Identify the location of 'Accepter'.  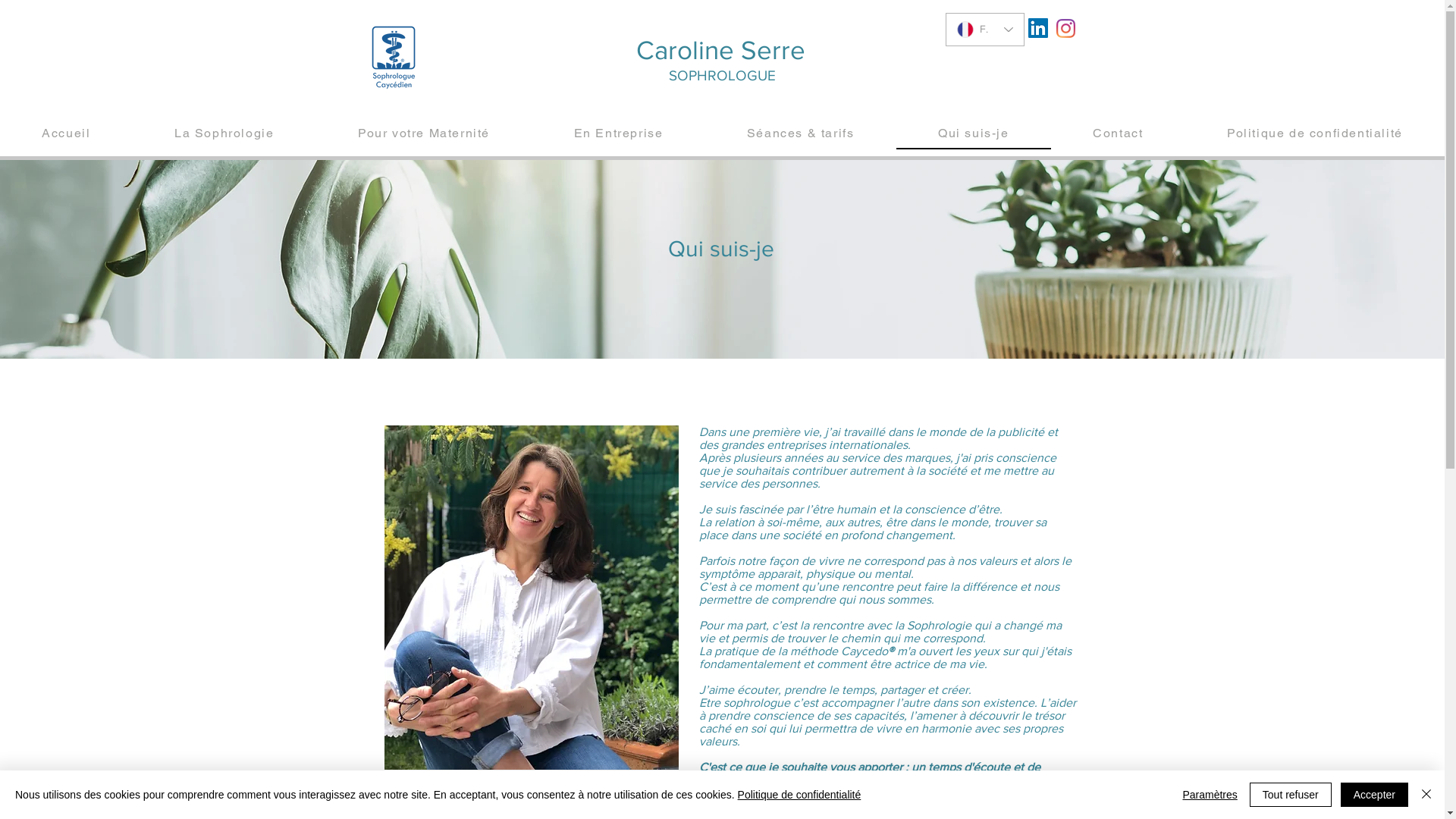
(1374, 794).